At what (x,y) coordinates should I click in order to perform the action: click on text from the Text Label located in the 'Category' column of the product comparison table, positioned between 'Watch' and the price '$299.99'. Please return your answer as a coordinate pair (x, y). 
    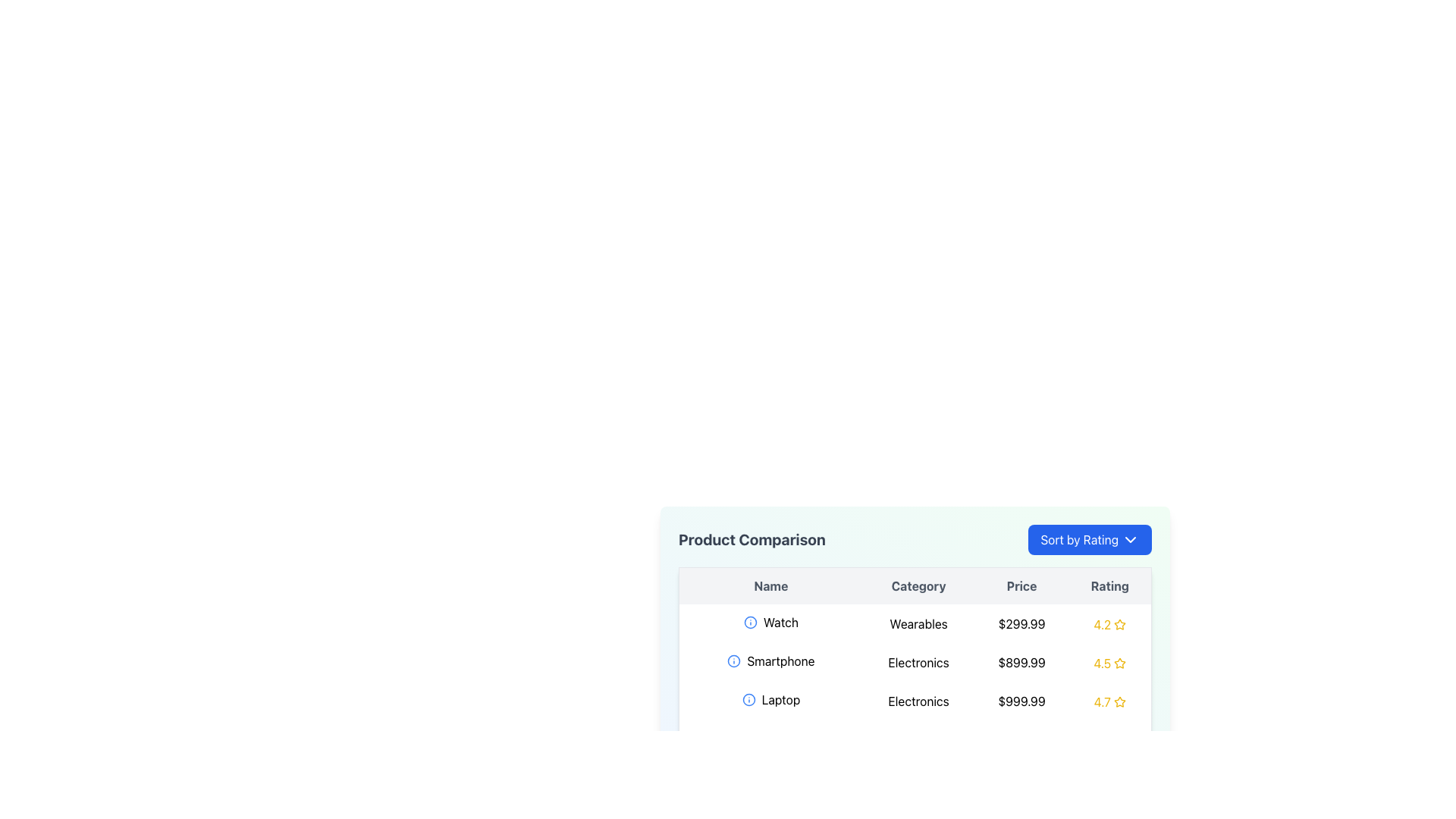
    Looking at the image, I should click on (918, 623).